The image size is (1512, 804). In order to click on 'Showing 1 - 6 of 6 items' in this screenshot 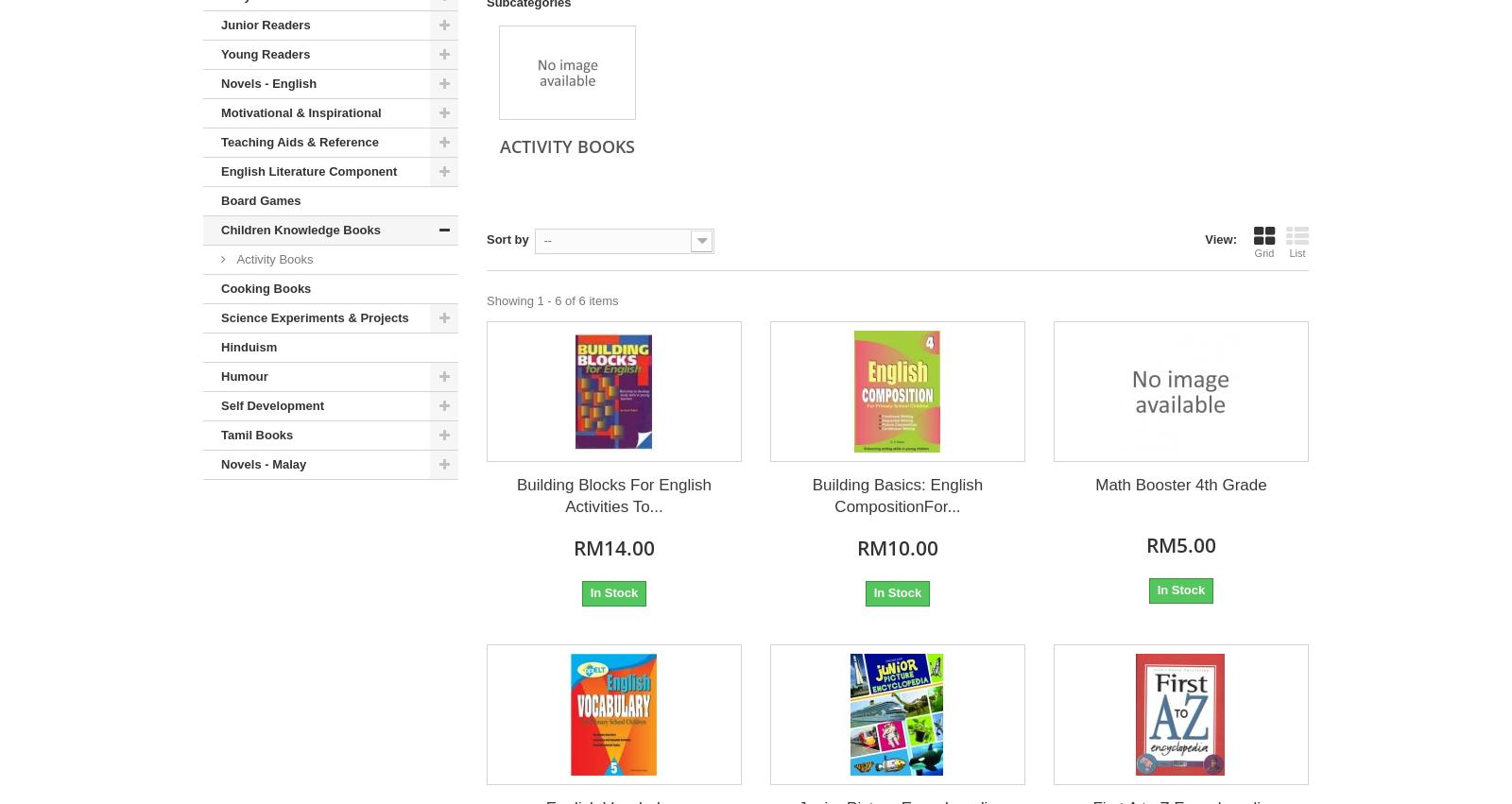, I will do `click(486, 299)`.